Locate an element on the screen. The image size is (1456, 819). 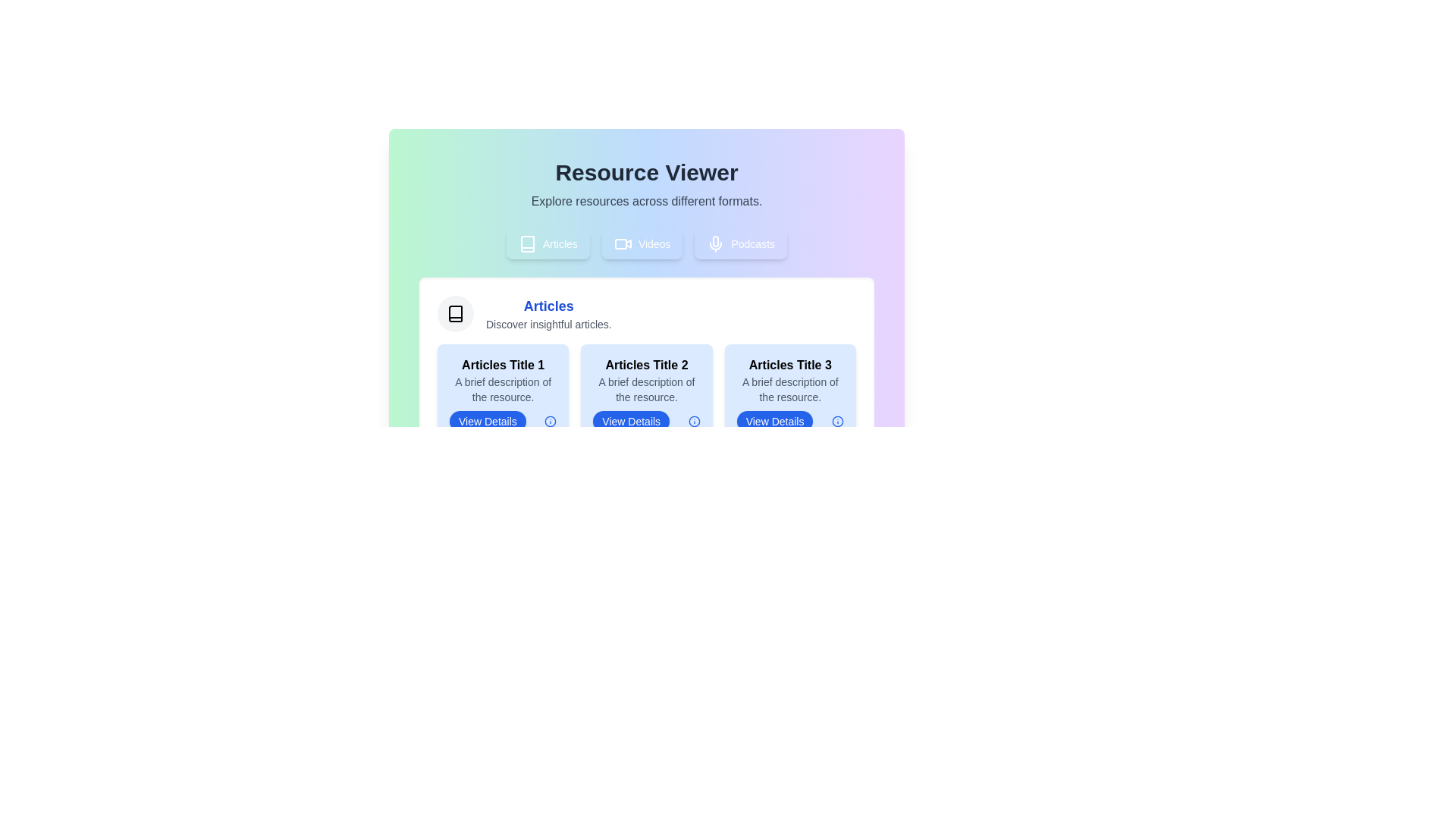
the 'View Details' button with white text on a blue background located at the bottom-left corner of the card labeled 'Articles Title 1' is located at coordinates (488, 421).